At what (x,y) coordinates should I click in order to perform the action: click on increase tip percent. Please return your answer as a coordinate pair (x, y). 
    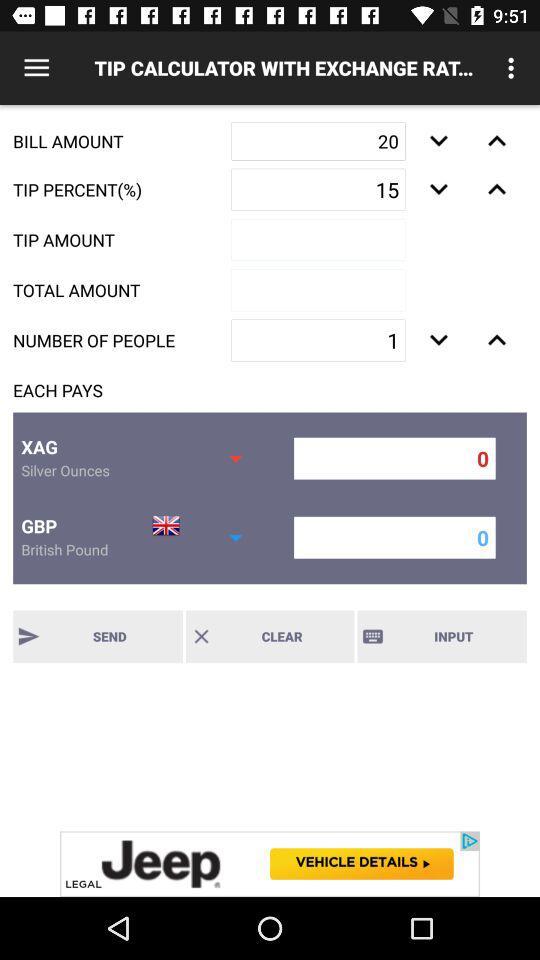
    Looking at the image, I should click on (496, 189).